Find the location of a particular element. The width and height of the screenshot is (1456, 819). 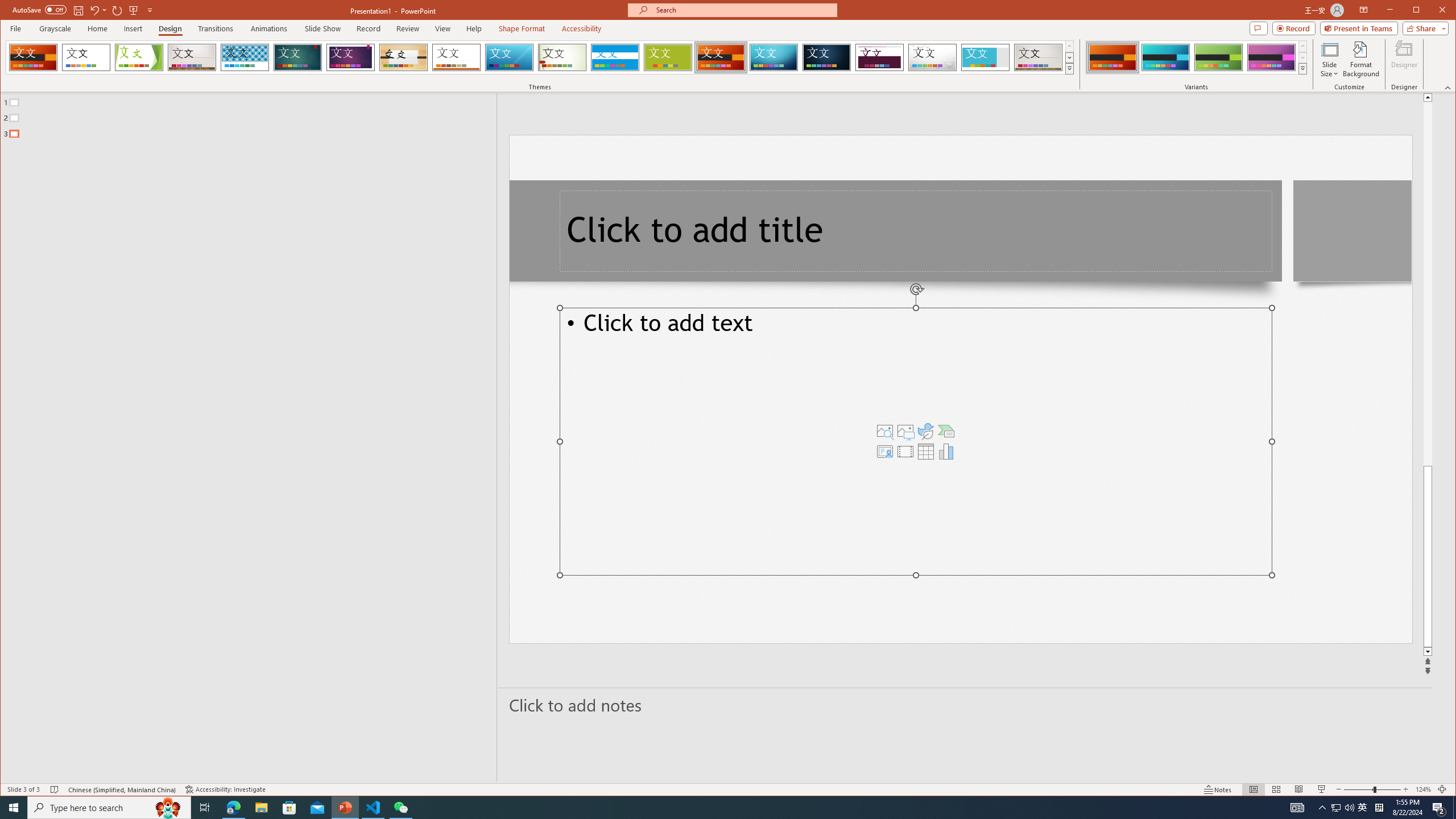

'Integral' is located at coordinates (244, 57).